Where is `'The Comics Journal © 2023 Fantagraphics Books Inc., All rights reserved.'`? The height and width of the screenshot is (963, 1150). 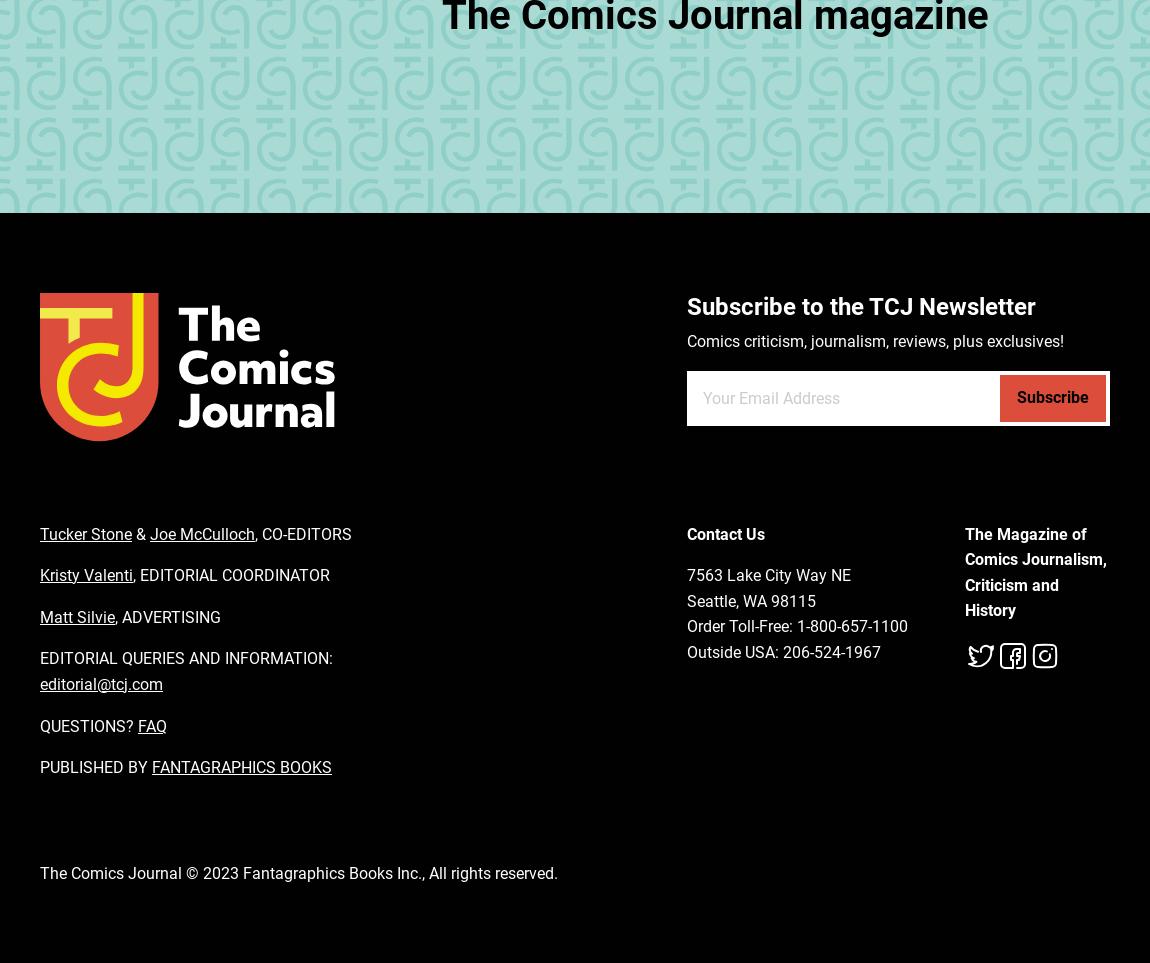 'The Comics Journal © 2023 Fantagraphics Books Inc., All rights reserved.' is located at coordinates (39, 872).